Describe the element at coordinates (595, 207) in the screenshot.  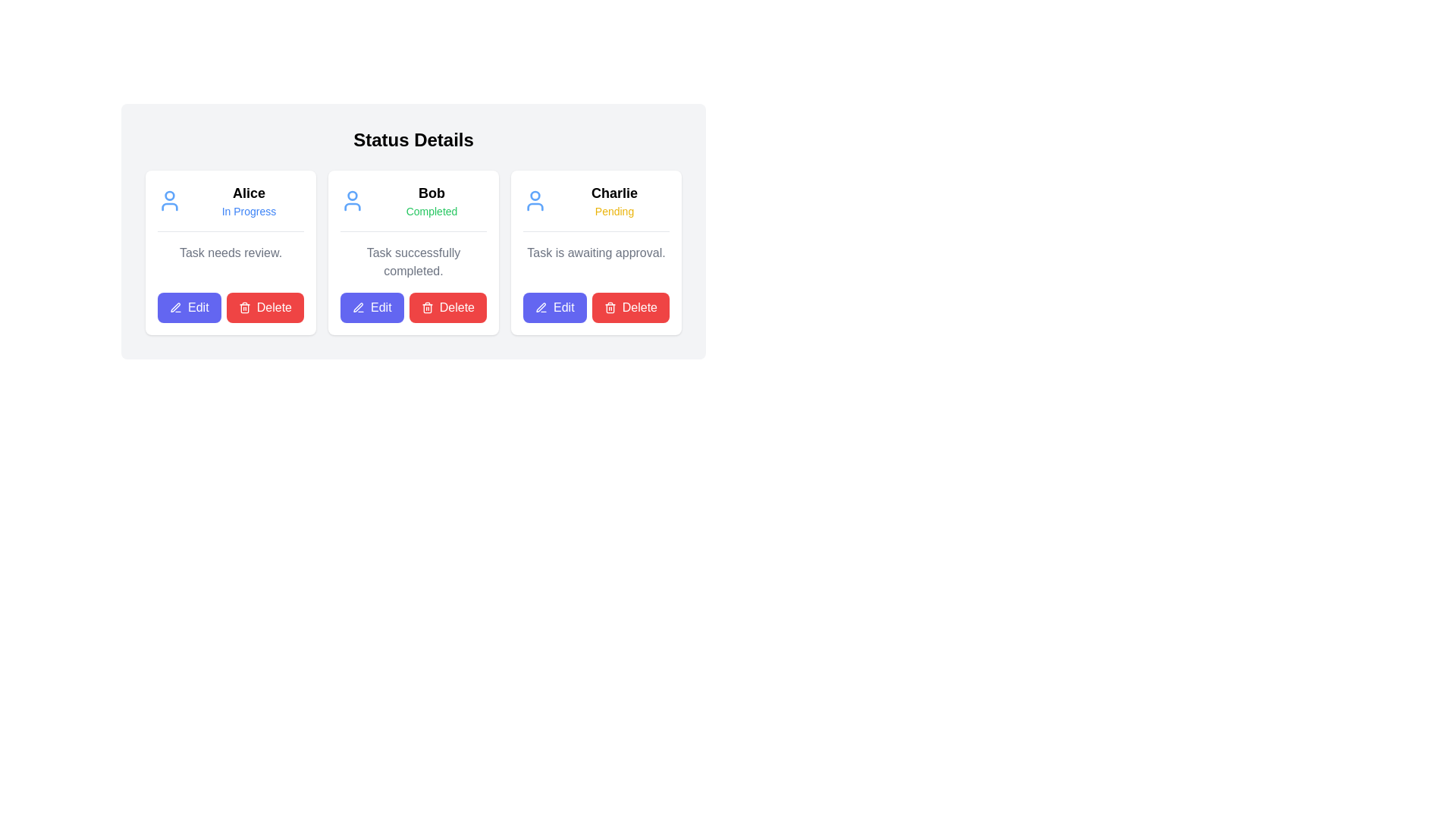
I see `the Information card displaying user status for 'Charlie', which is the third card in the 'Status Details' section` at that location.